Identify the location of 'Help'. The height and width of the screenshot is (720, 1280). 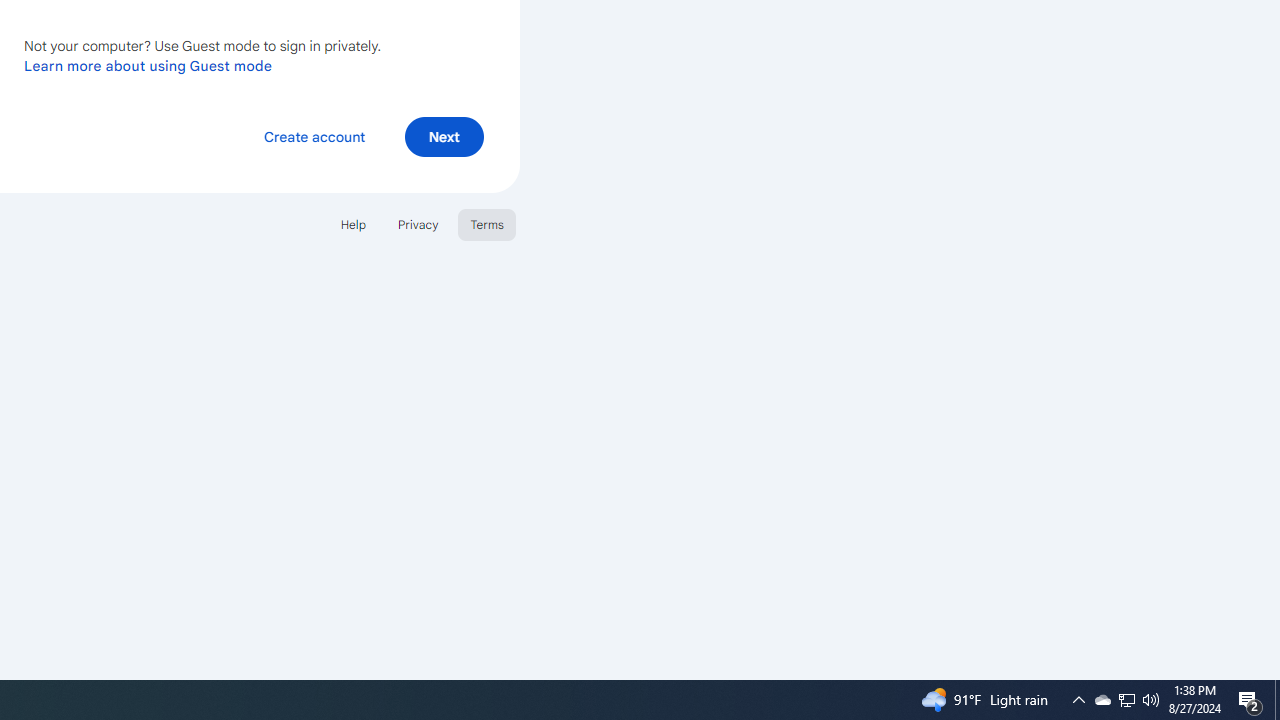
(352, 224).